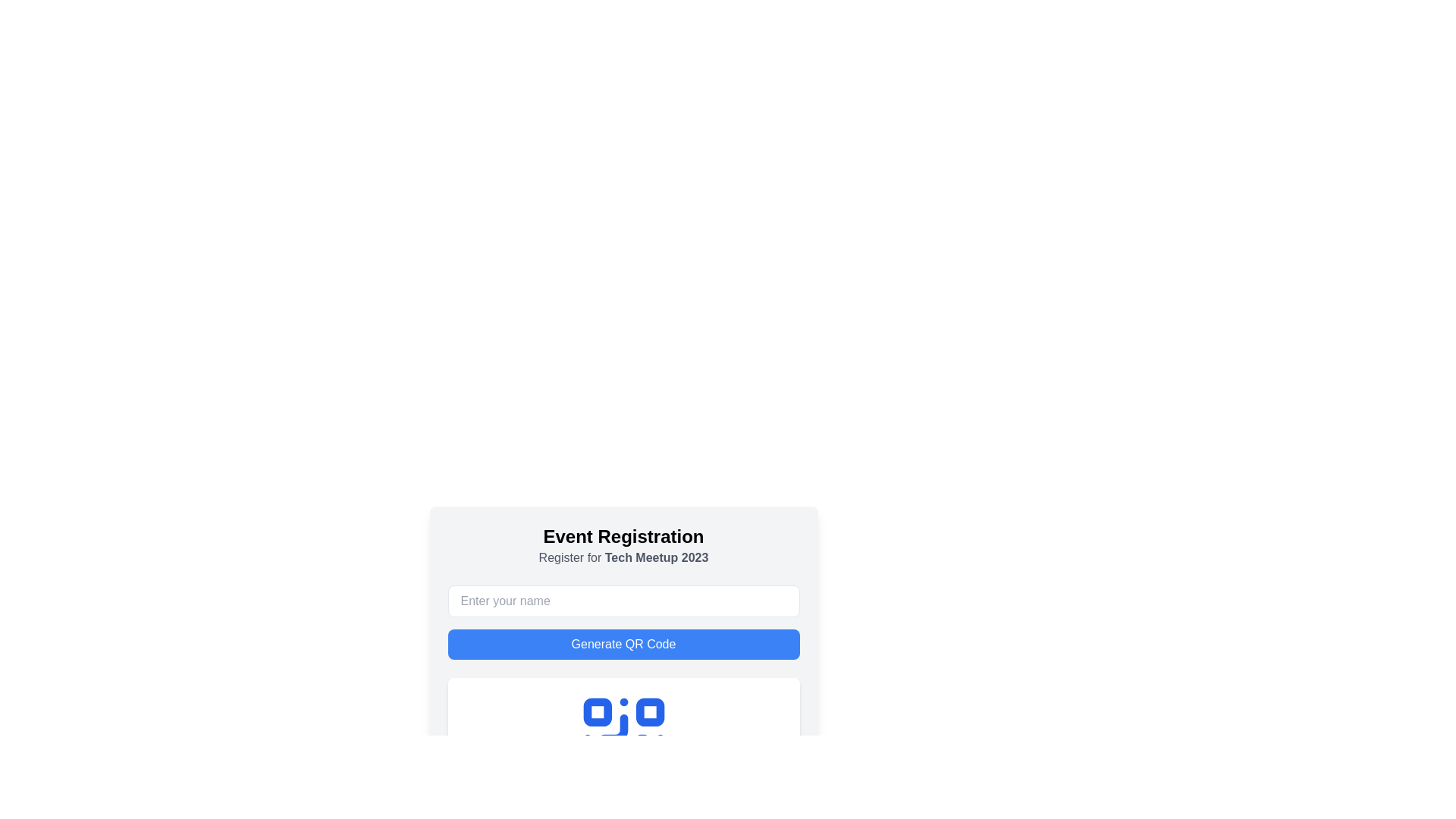 The width and height of the screenshot is (1456, 819). What do you see at coordinates (657, 557) in the screenshot?
I see `the text label that identifies the event title 'Tech Meetup 2023', located centrally below the heading 'Event Registration'` at bounding box center [657, 557].